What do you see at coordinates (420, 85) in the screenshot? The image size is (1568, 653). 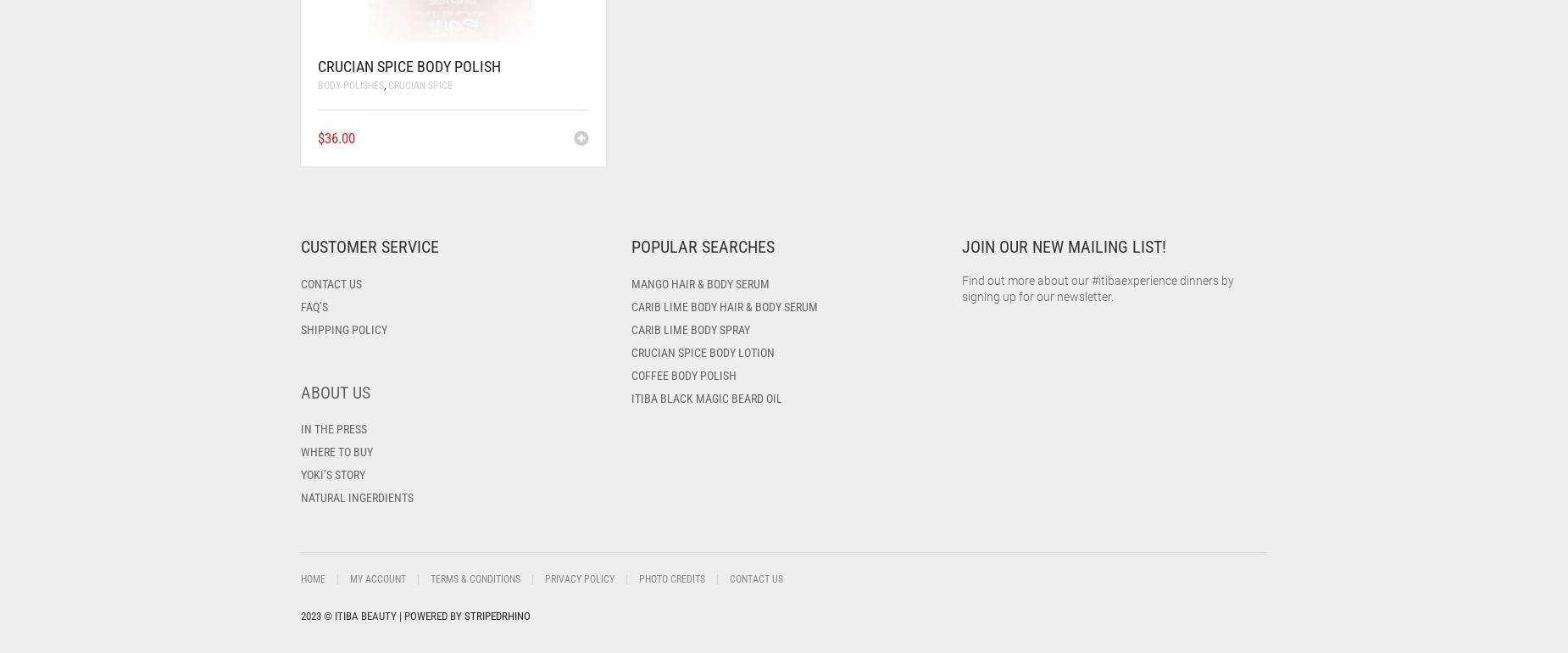 I see `'Crucian Spice'` at bounding box center [420, 85].